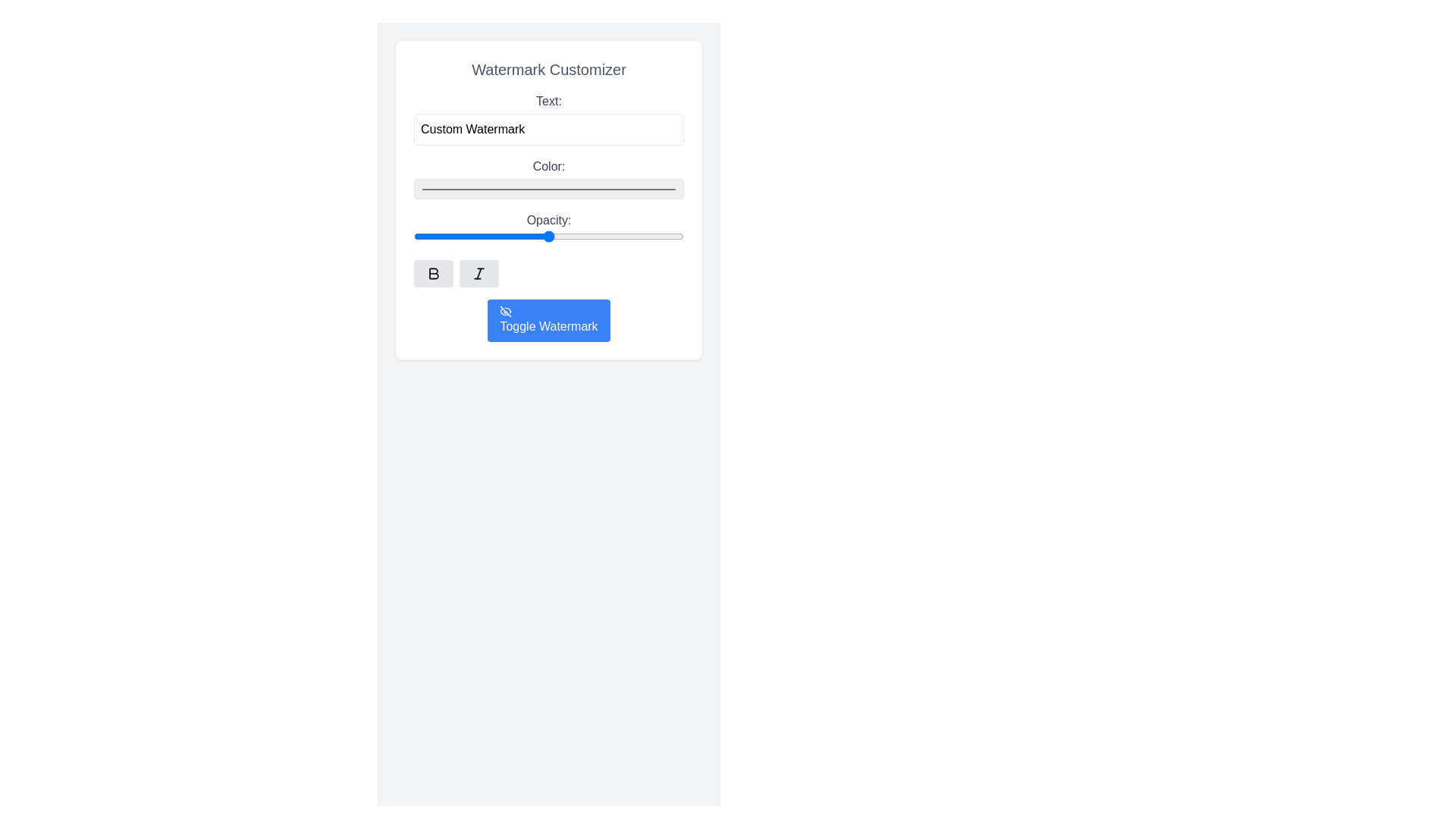 This screenshot has height=819, width=1456. What do you see at coordinates (479, 274) in the screenshot?
I see `the italic formatting button, which has a gray background and an 'I' icon, located to the right of the bold formatting button` at bounding box center [479, 274].